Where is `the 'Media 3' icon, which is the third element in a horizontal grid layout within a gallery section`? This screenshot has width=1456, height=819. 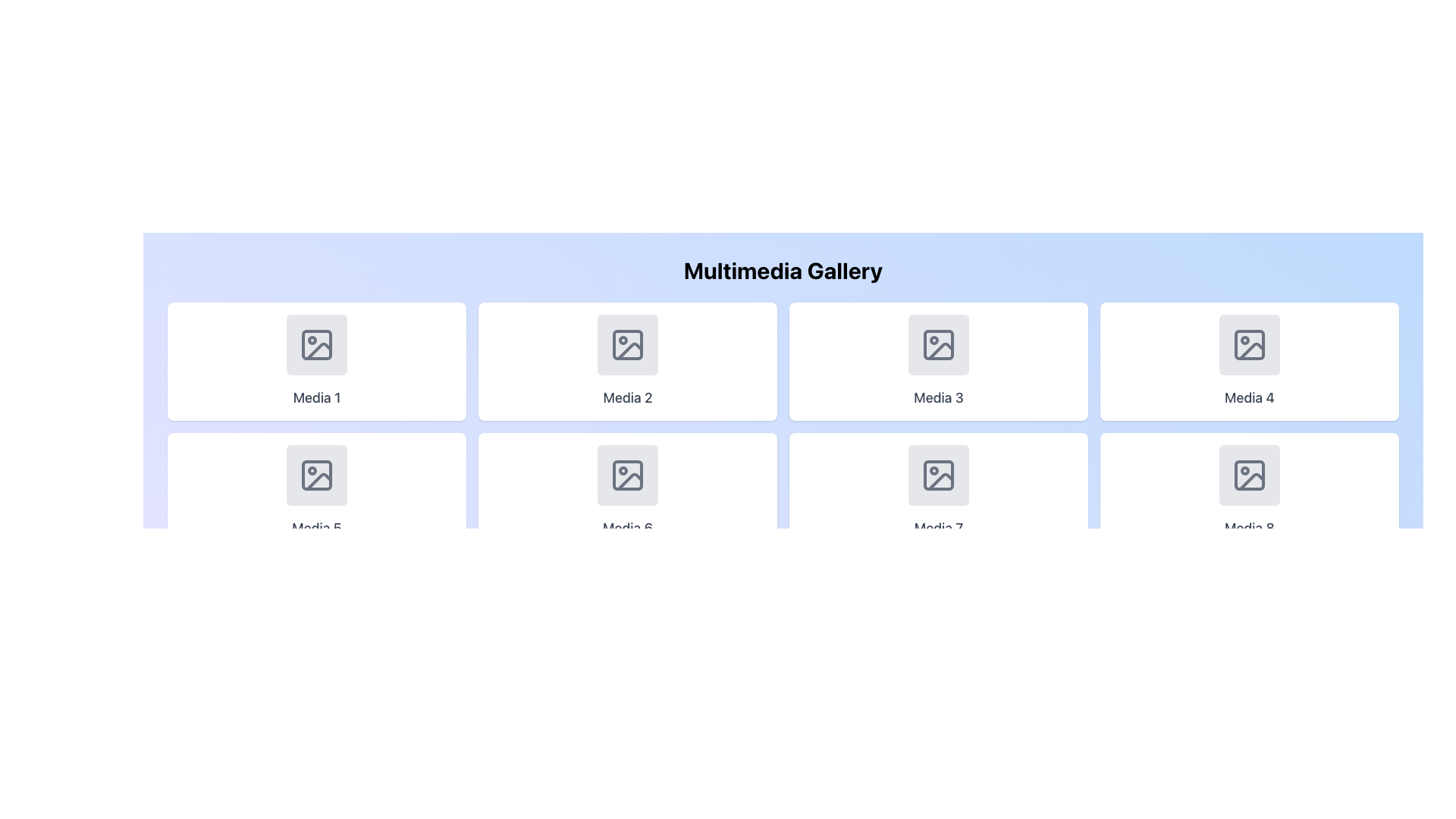 the 'Media 3' icon, which is the third element in a horizontal grid layout within a gallery section is located at coordinates (938, 345).